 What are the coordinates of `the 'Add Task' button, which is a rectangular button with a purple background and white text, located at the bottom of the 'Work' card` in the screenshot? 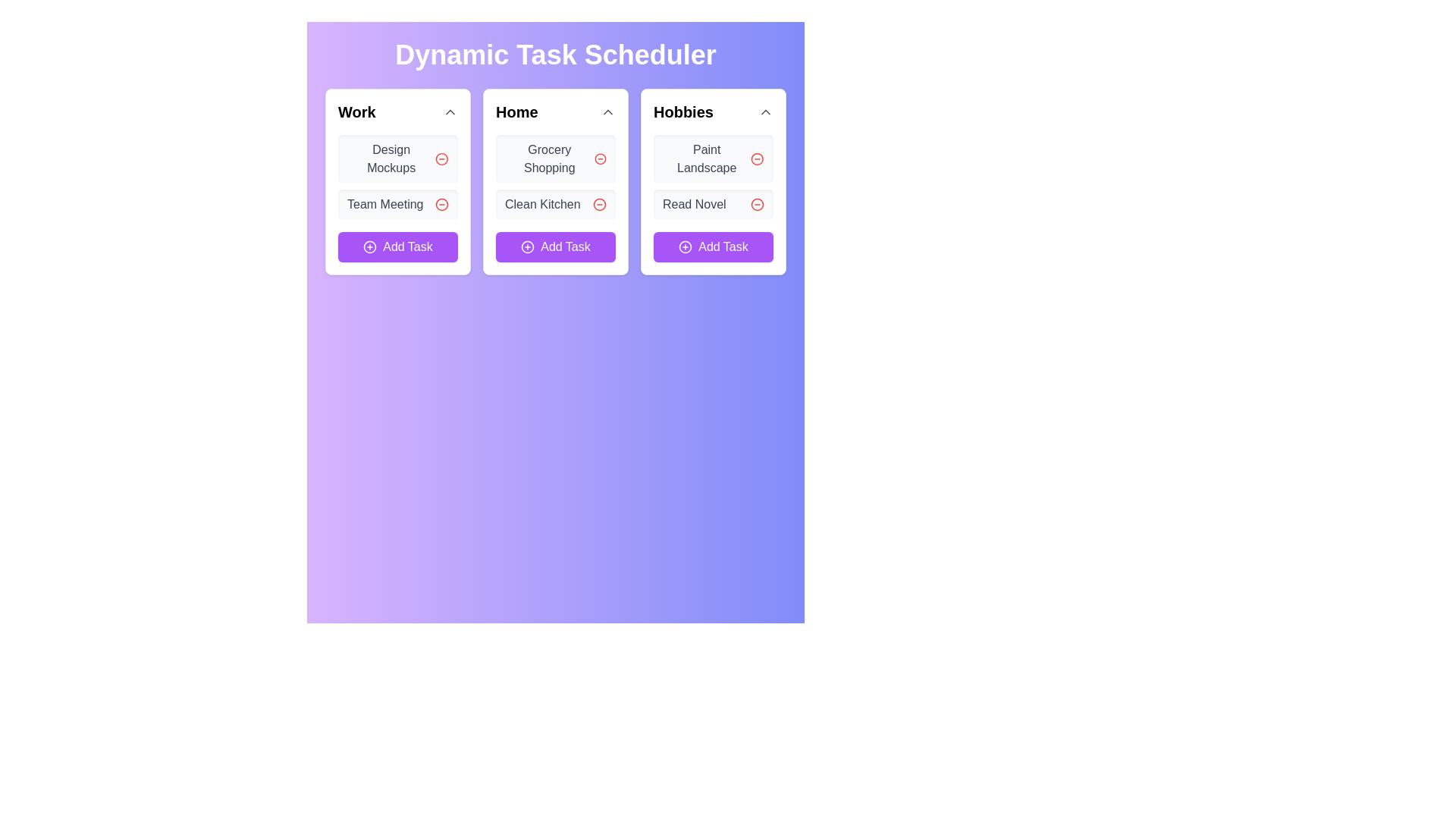 It's located at (397, 246).